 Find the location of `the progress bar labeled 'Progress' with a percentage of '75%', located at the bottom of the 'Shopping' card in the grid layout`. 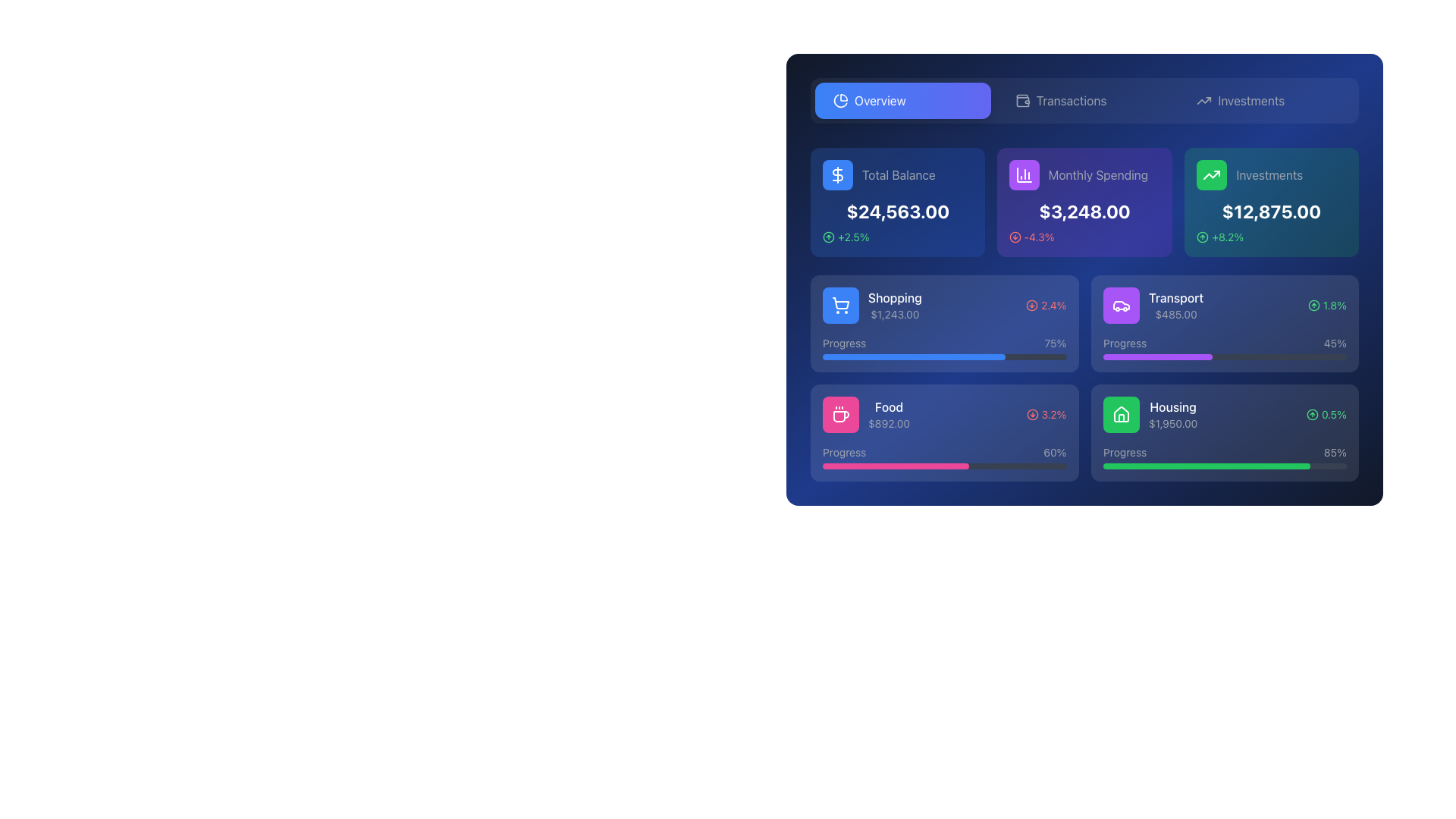

the progress bar labeled 'Progress' with a percentage of '75%', located at the bottom of the 'Shopping' card in the grid layout is located at coordinates (943, 348).